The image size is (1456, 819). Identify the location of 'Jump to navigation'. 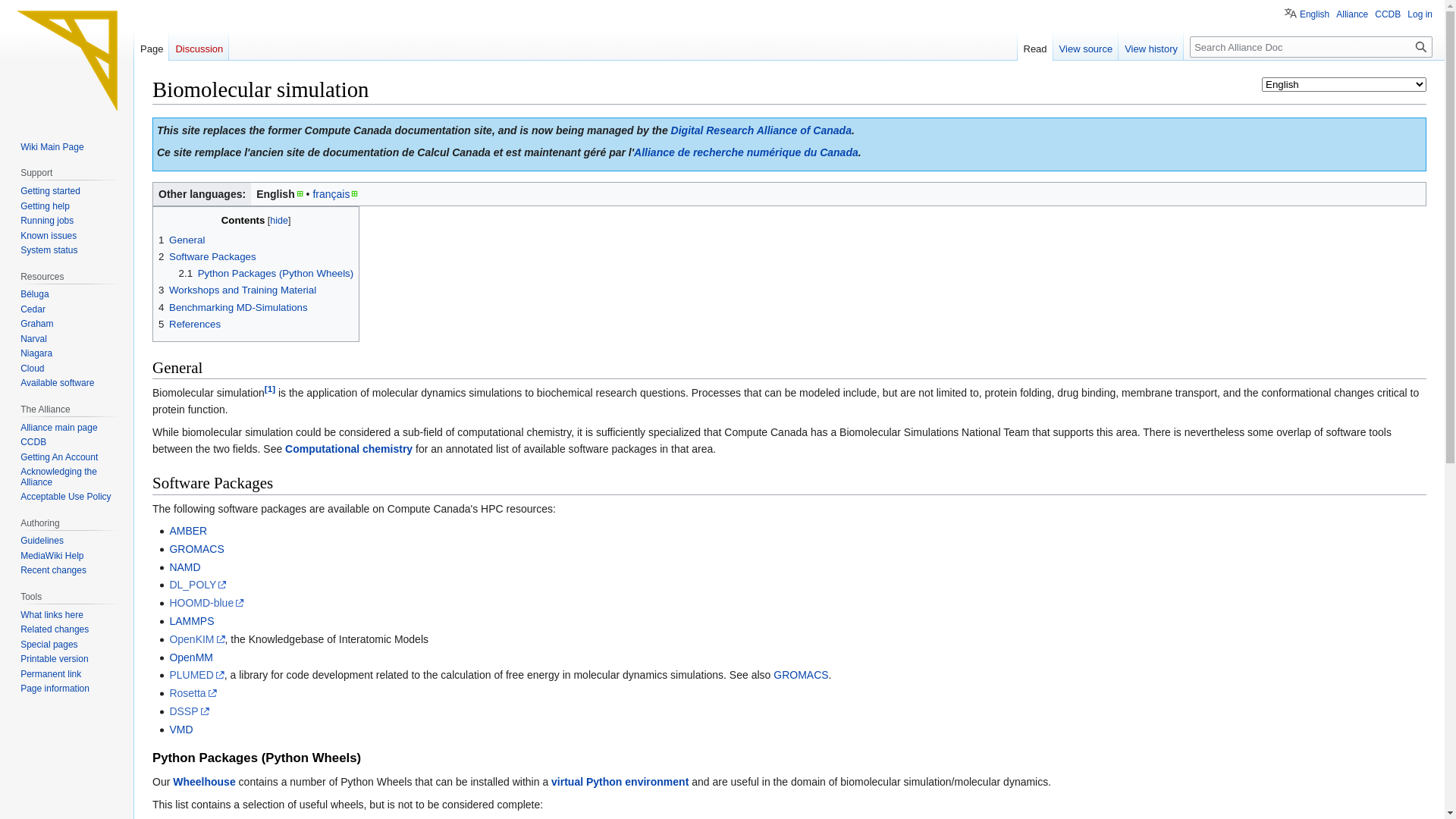
(152, 116).